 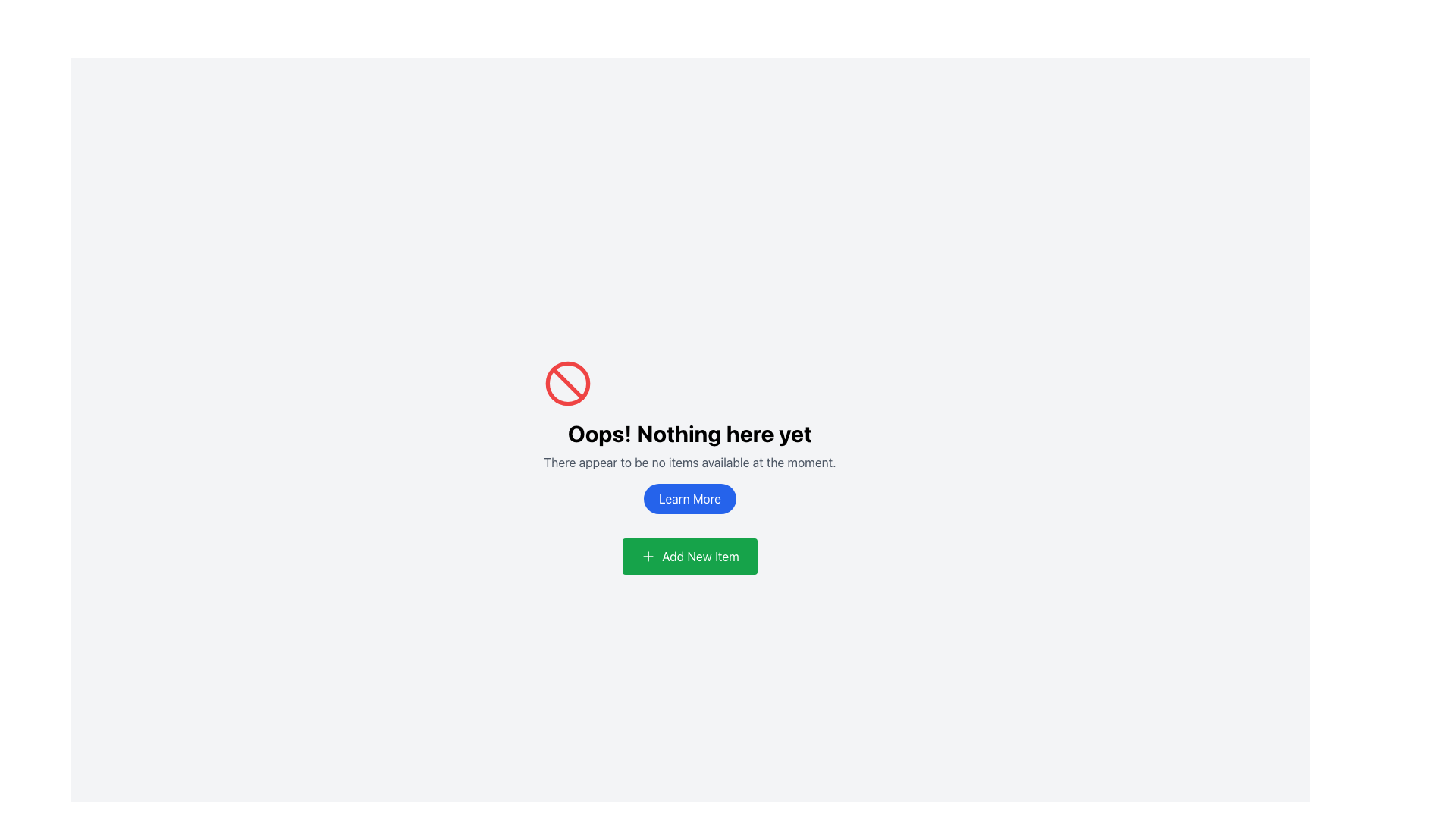 What do you see at coordinates (567, 382) in the screenshot?
I see `the restriction icon centered above the text 'Oops! Nothing here yet', which is part of an SVG containing a circle and diagonal line` at bounding box center [567, 382].